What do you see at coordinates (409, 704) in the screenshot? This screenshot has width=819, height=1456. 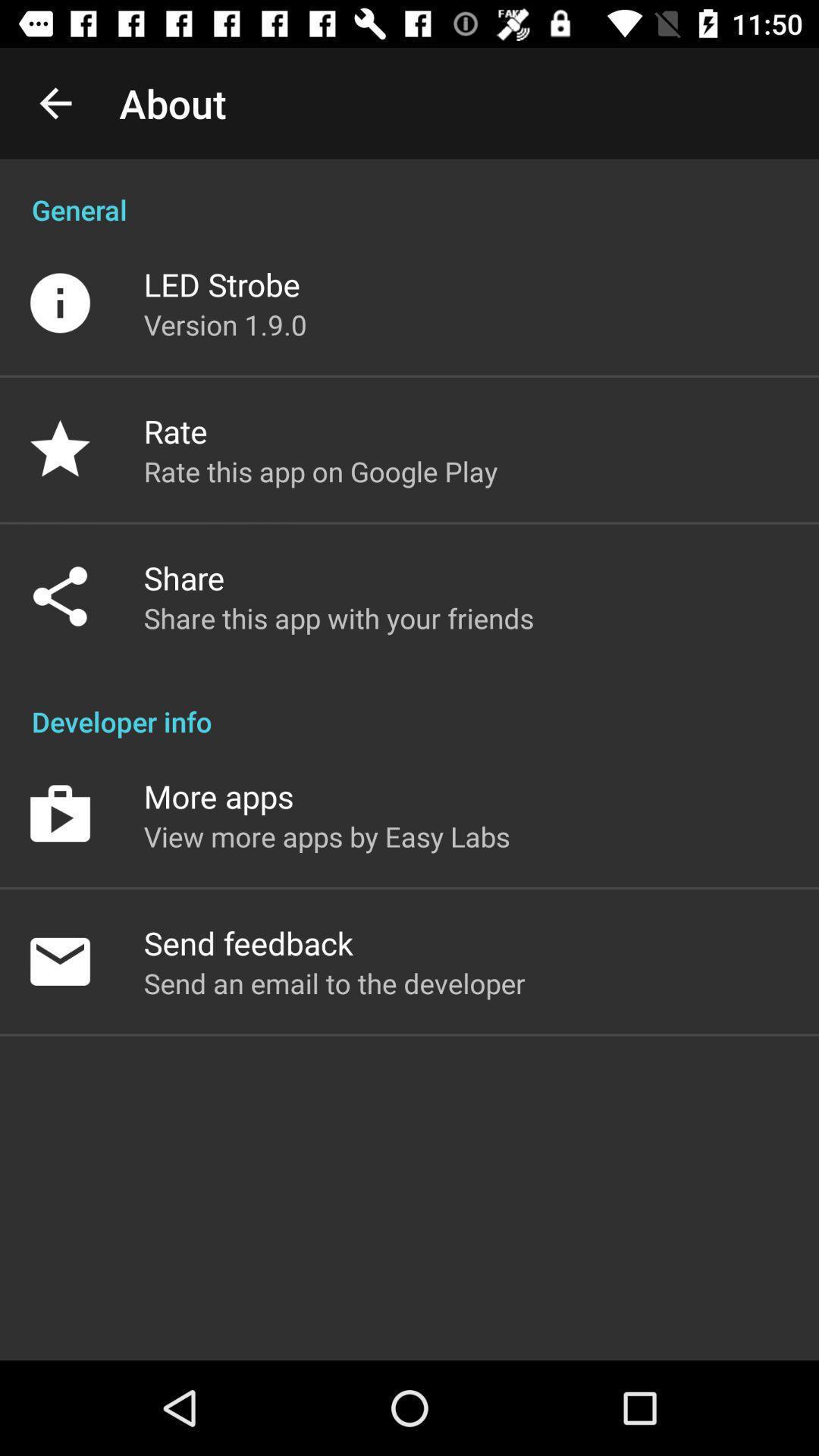 I see `app above the more apps item` at bounding box center [409, 704].